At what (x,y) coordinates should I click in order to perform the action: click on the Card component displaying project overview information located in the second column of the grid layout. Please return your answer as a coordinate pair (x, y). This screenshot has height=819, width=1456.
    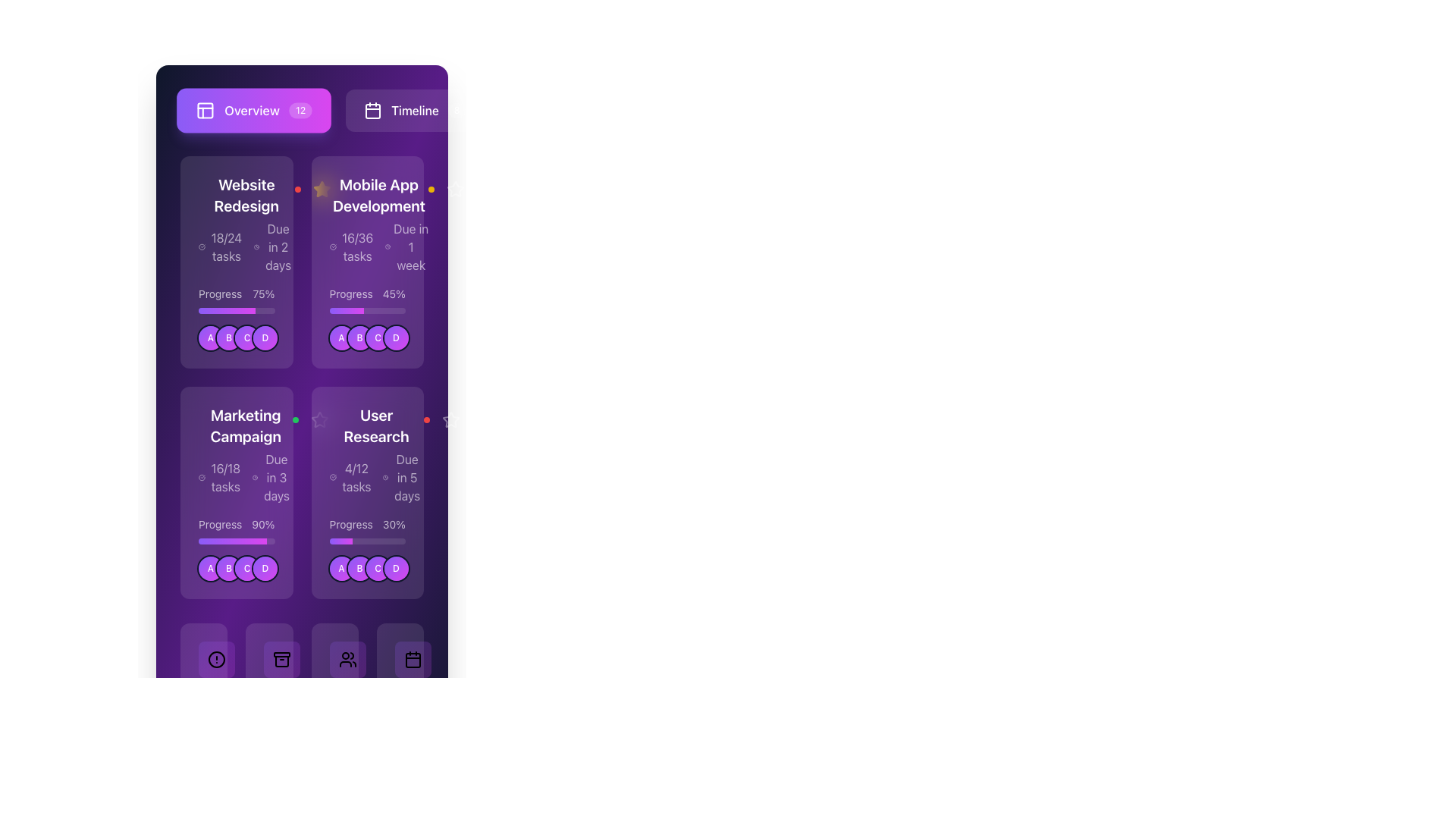
    Looking at the image, I should click on (367, 262).